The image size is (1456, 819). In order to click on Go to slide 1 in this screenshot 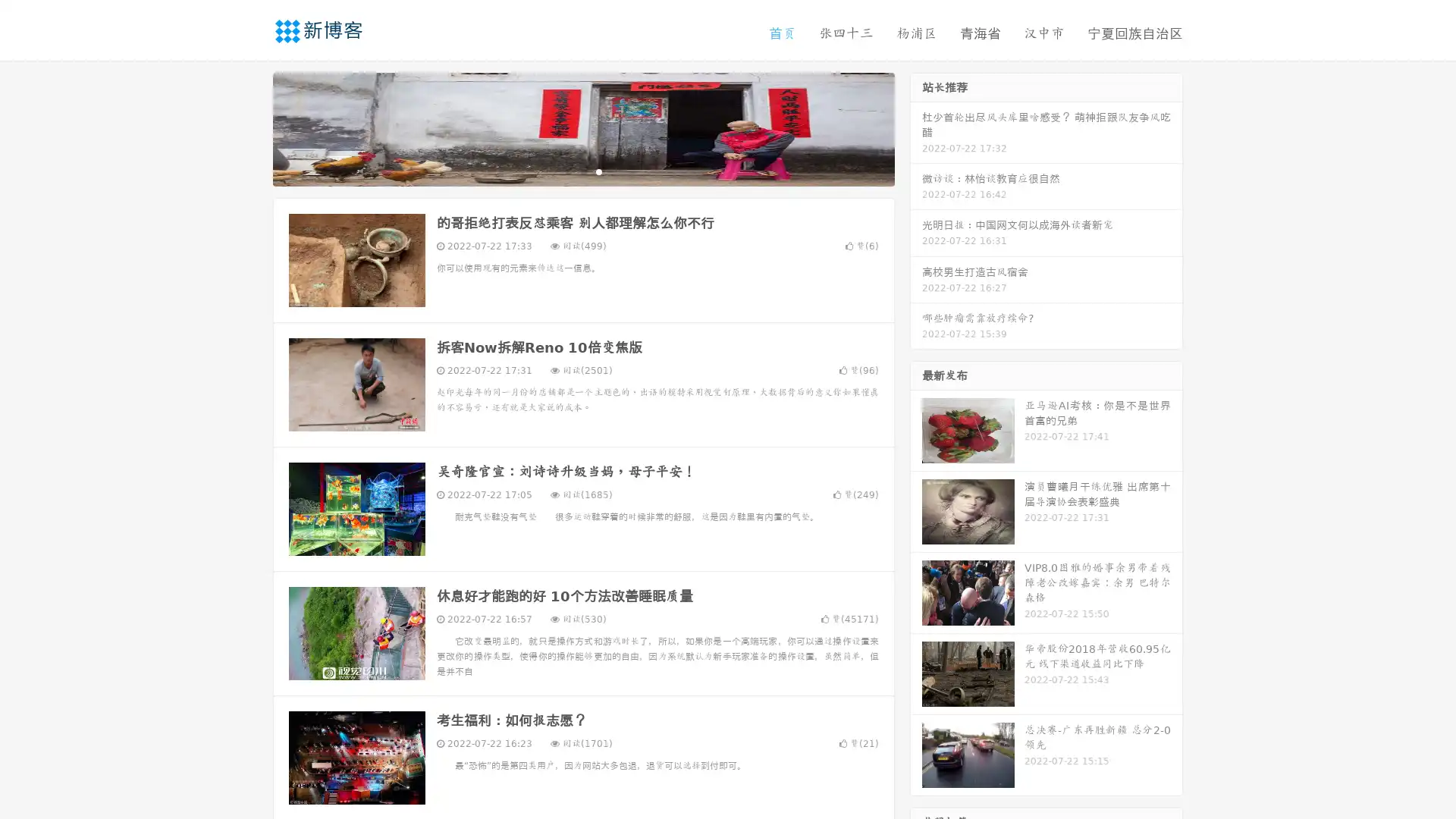, I will do `click(567, 171)`.